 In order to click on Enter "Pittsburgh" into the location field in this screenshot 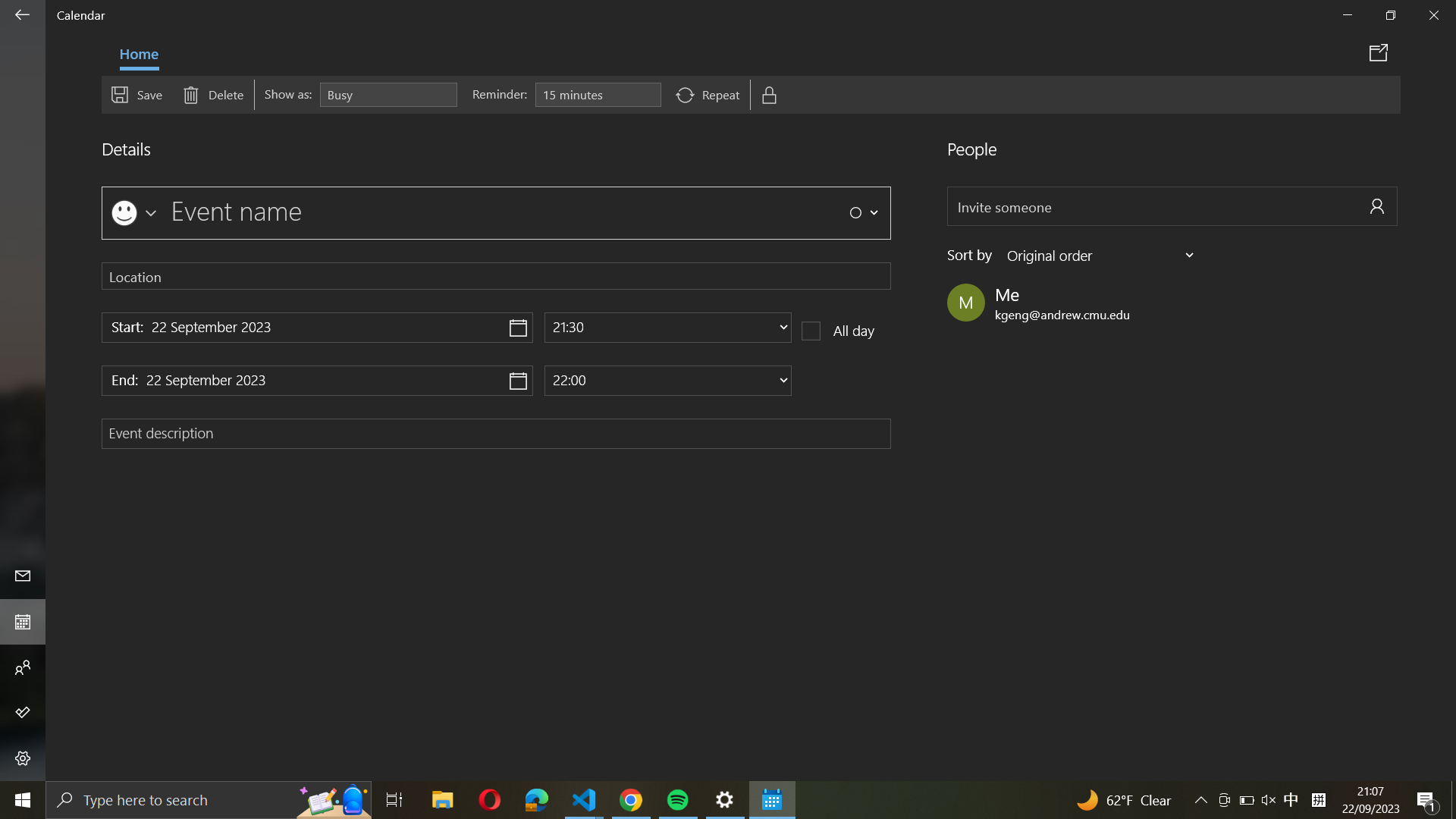, I will do `click(496, 275)`.